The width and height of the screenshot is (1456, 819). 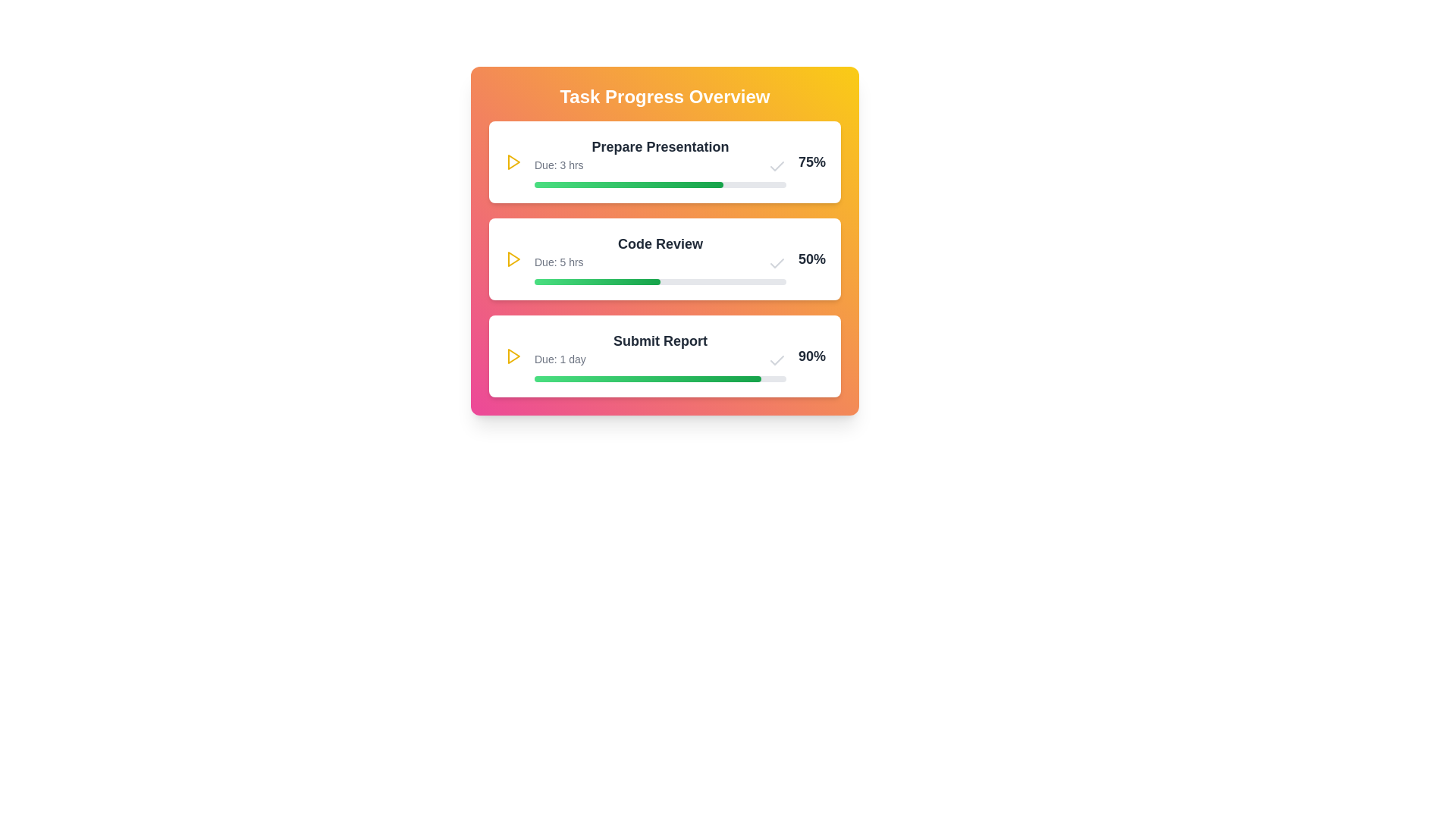 I want to click on the triangular play icon with a yellow outline located to the left of the 'Submit Report' text in the third item of the vertical list, so click(x=513, y=356).